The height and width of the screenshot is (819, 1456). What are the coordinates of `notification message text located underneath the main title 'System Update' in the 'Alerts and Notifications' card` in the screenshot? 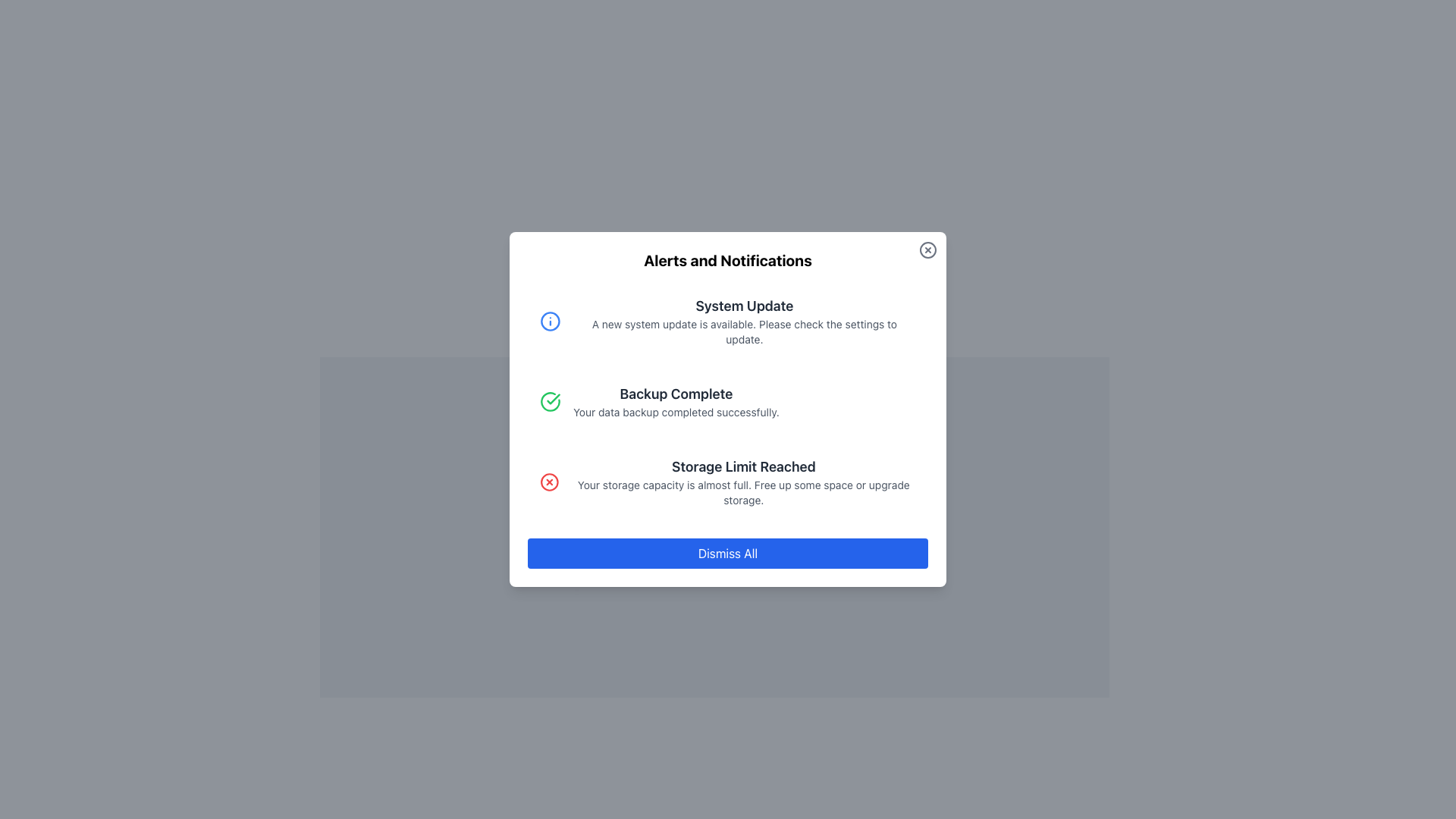 It's located at (744, 331).